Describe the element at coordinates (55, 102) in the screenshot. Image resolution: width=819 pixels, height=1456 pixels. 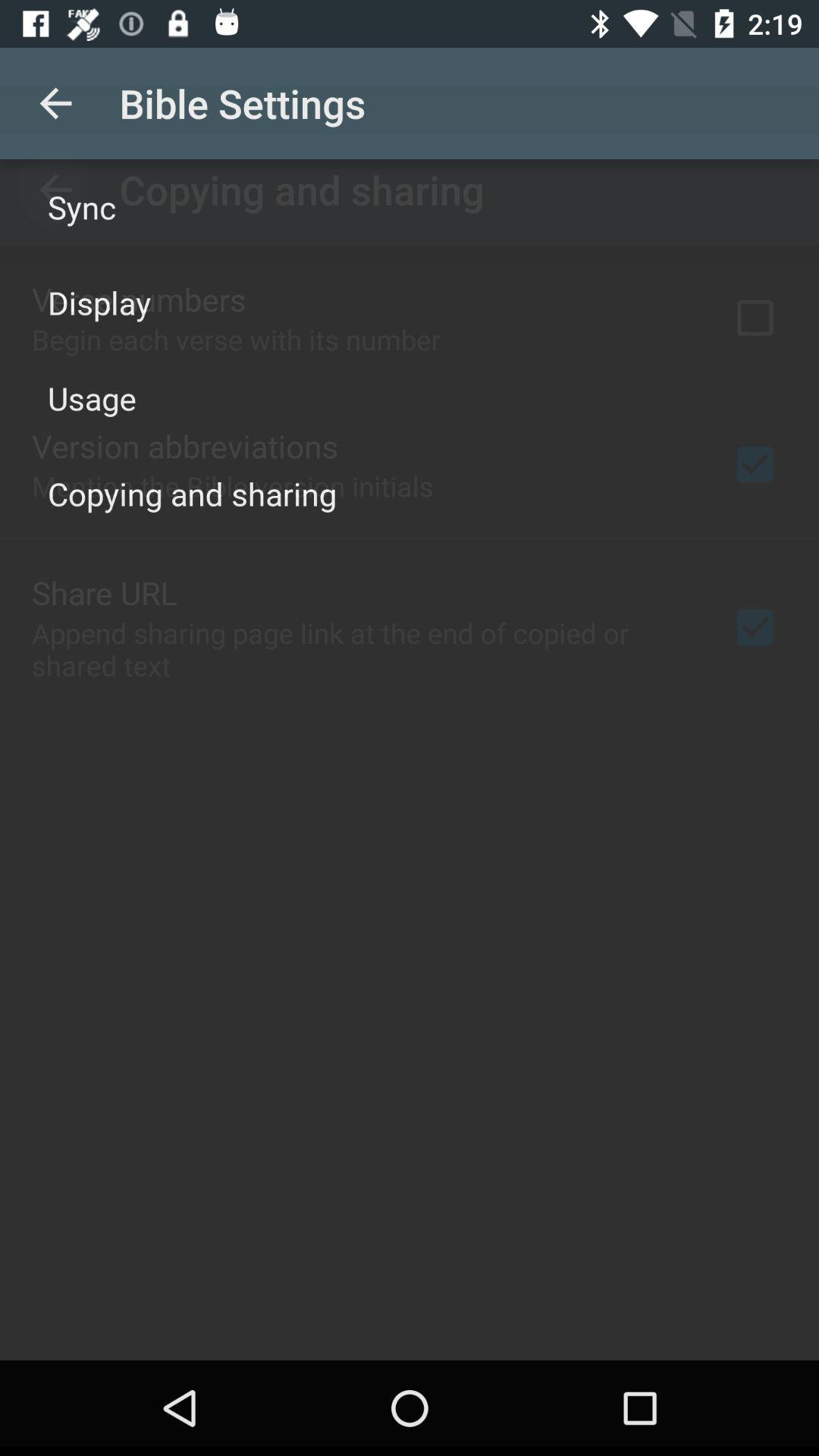
I see `icon above the sync` at that location.